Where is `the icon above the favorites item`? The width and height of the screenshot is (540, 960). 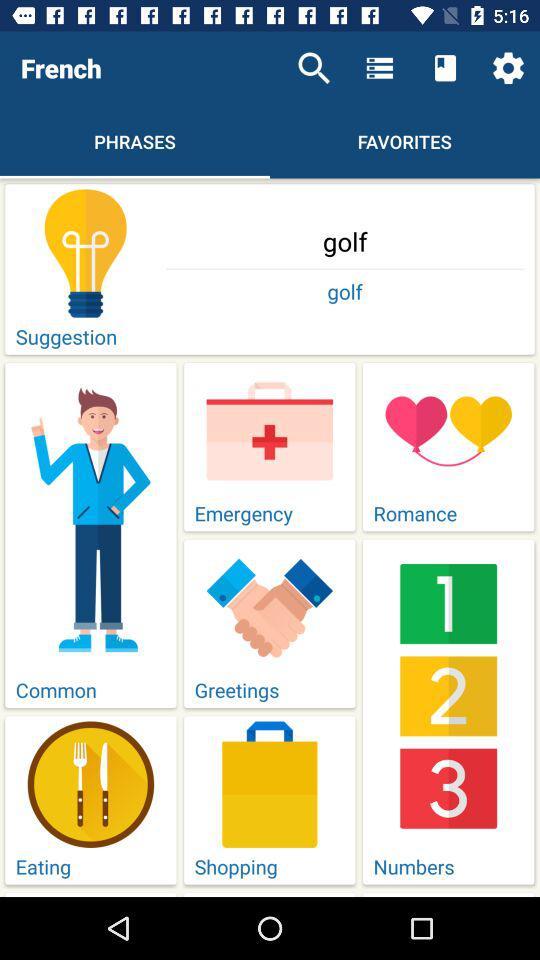 the icon above the favorites item is located at coordinates (445, 68).